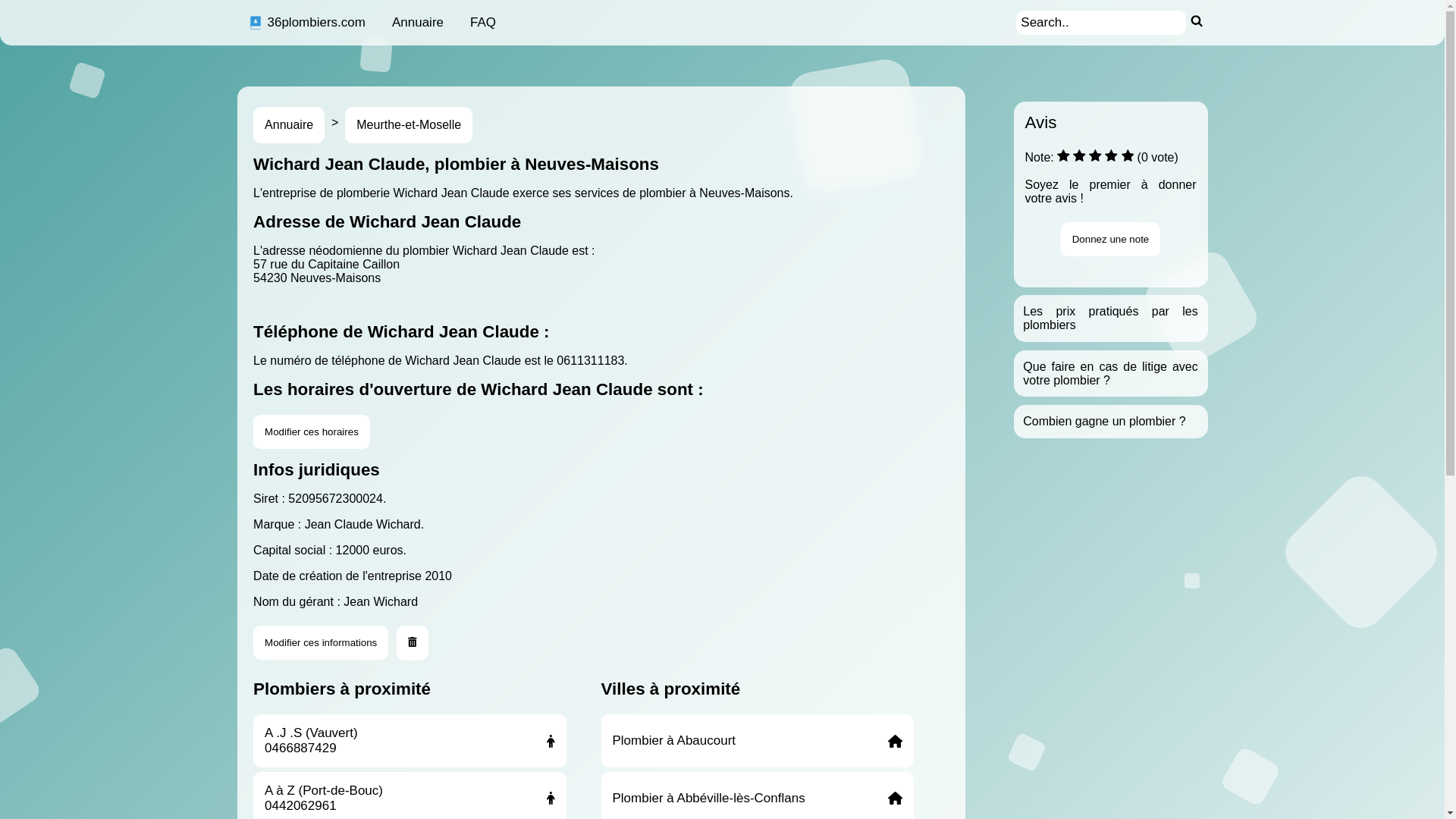 The height and width of the screenshot is (819, 1456). What do you see at coordinates (1110, 373) in the screenshot?
I see `'Que faire en cas de litige avec votre plombier ?'` at bounding box center [1110, 373].